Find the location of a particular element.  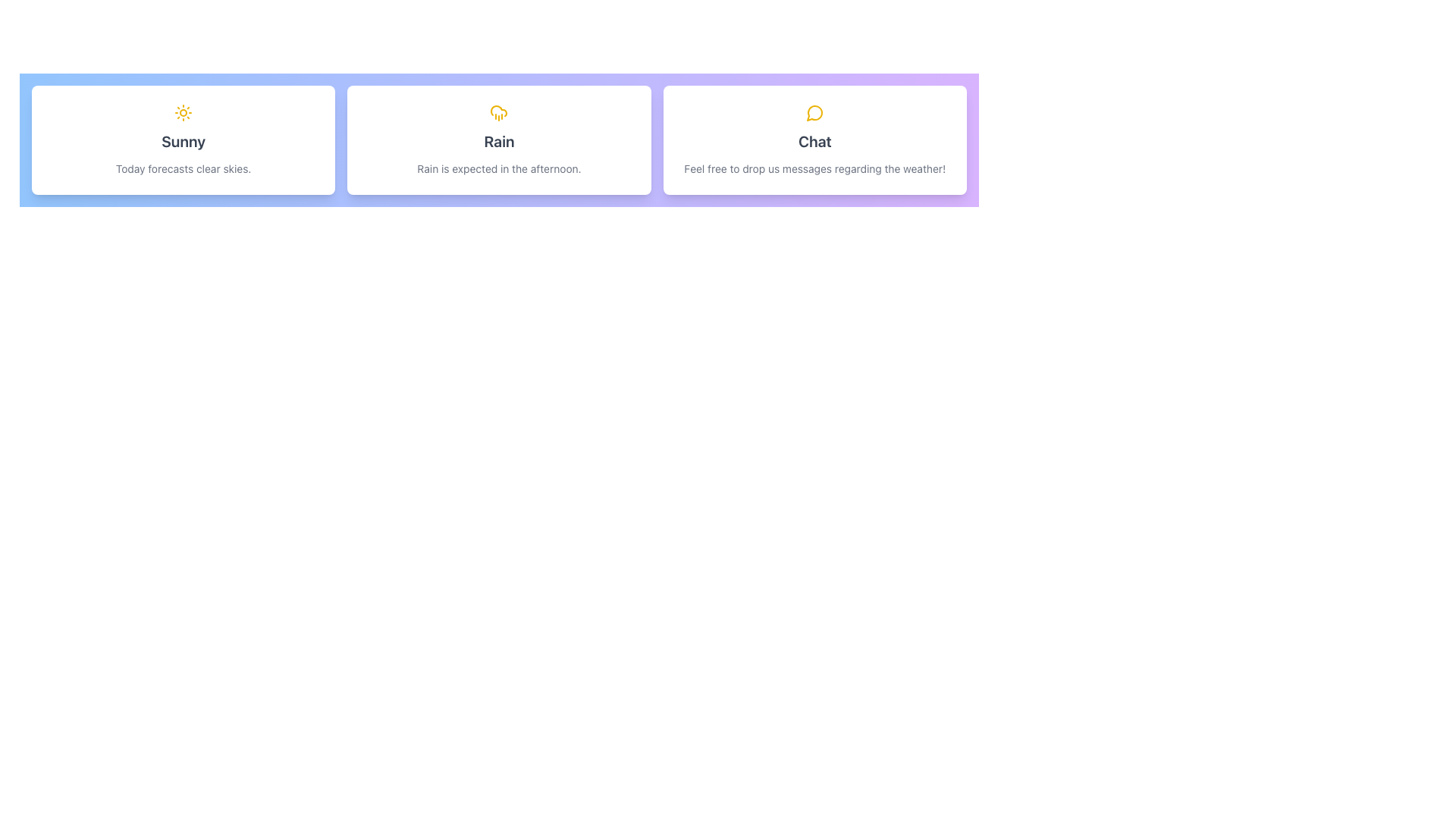

the sun-shaped yellow icon at the top-center of the 'Sunny' card to possibly get more details about the weather is located at coordinates (182, 112).